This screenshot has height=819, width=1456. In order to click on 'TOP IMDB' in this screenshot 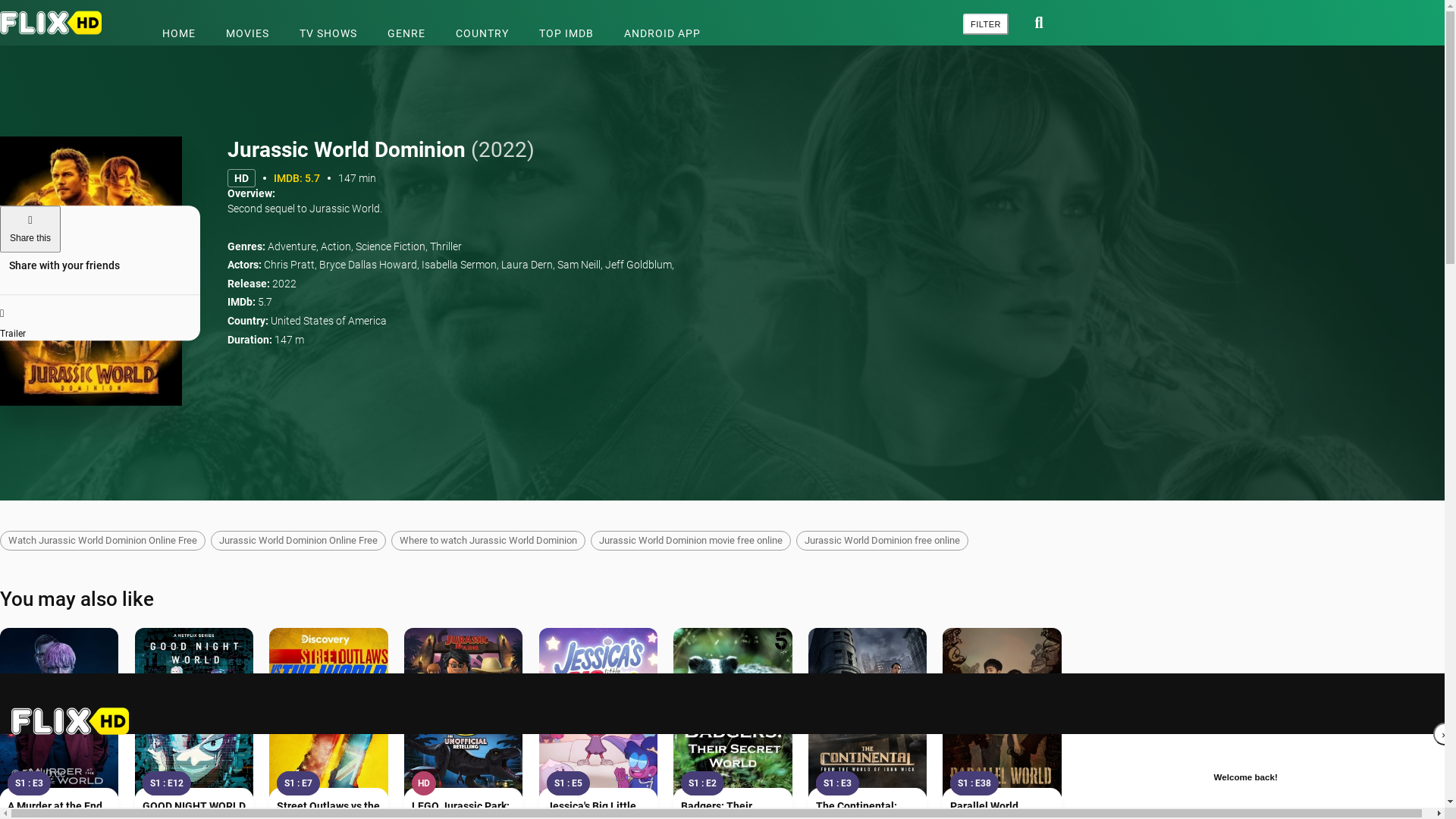, I will do `click(566, 33)`.